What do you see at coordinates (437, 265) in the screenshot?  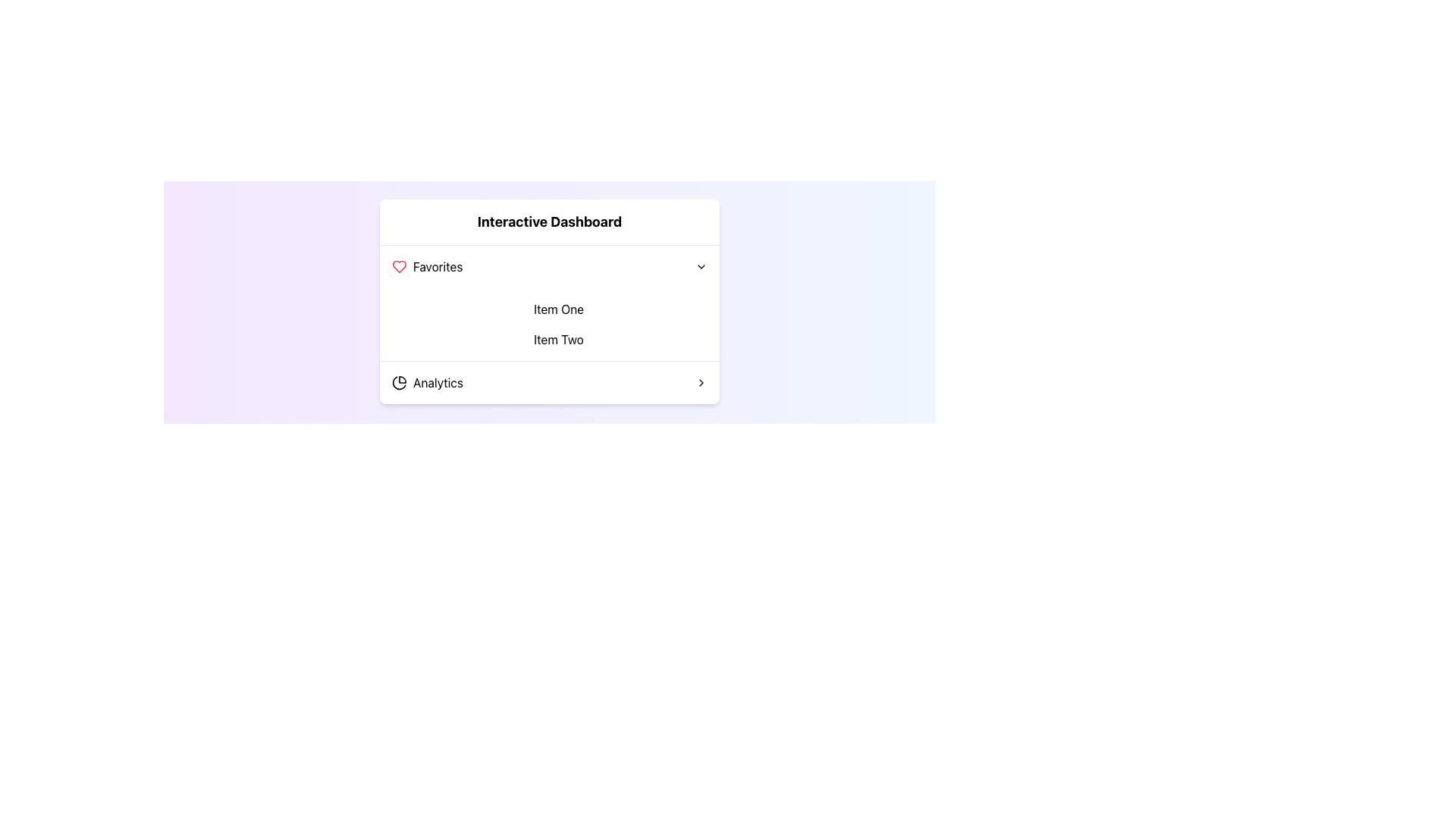 I see `the 'Favorites' text label, which indicates a category for frequently accessed items, located to the right of the heart icon in the Interactive Dashboard section` at bounding box center [437, 265].